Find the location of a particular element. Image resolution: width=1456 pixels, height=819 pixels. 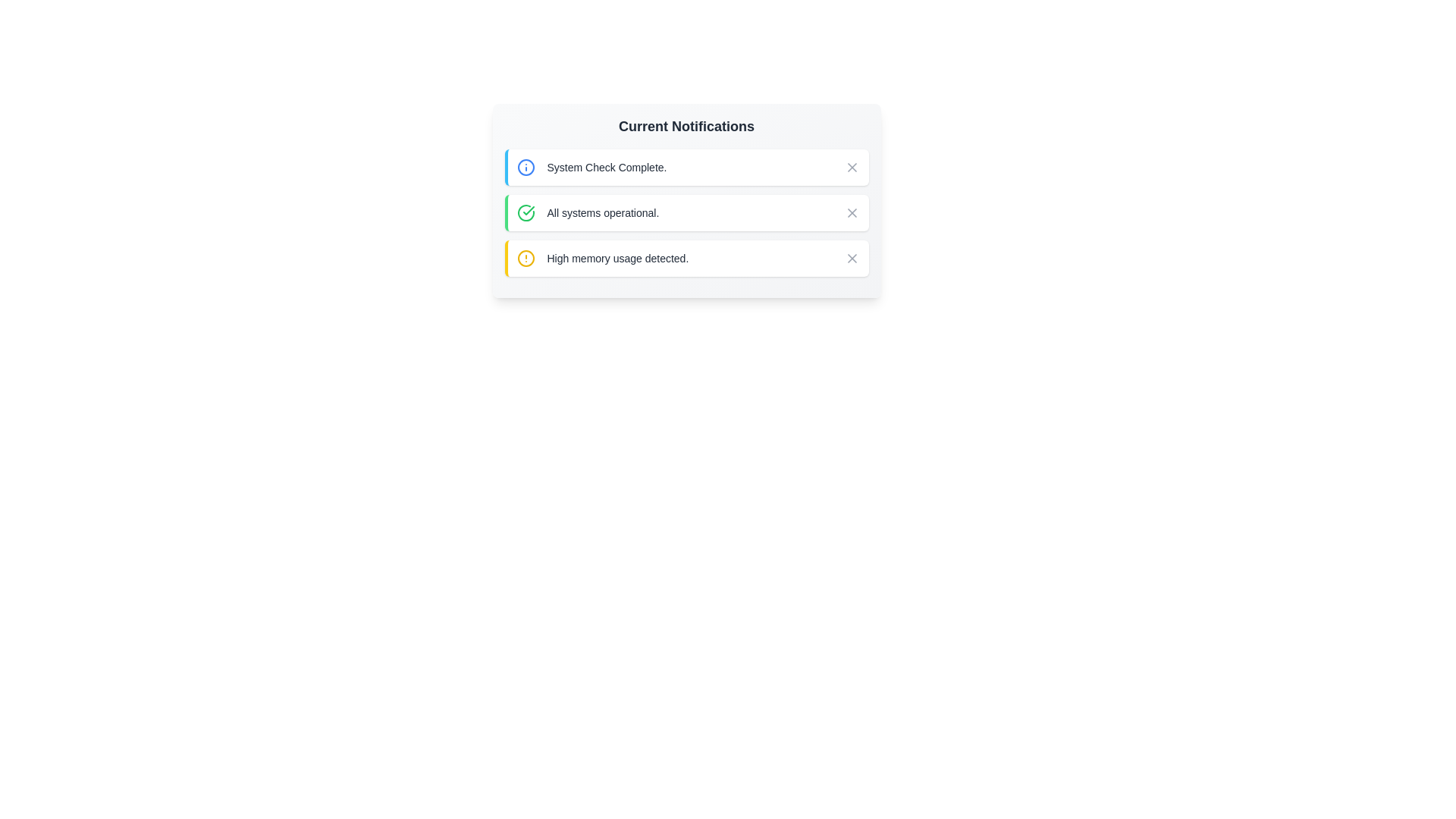

the close button of the notification with the message 'System Check Complete.' is located at coordinates (852, 167).